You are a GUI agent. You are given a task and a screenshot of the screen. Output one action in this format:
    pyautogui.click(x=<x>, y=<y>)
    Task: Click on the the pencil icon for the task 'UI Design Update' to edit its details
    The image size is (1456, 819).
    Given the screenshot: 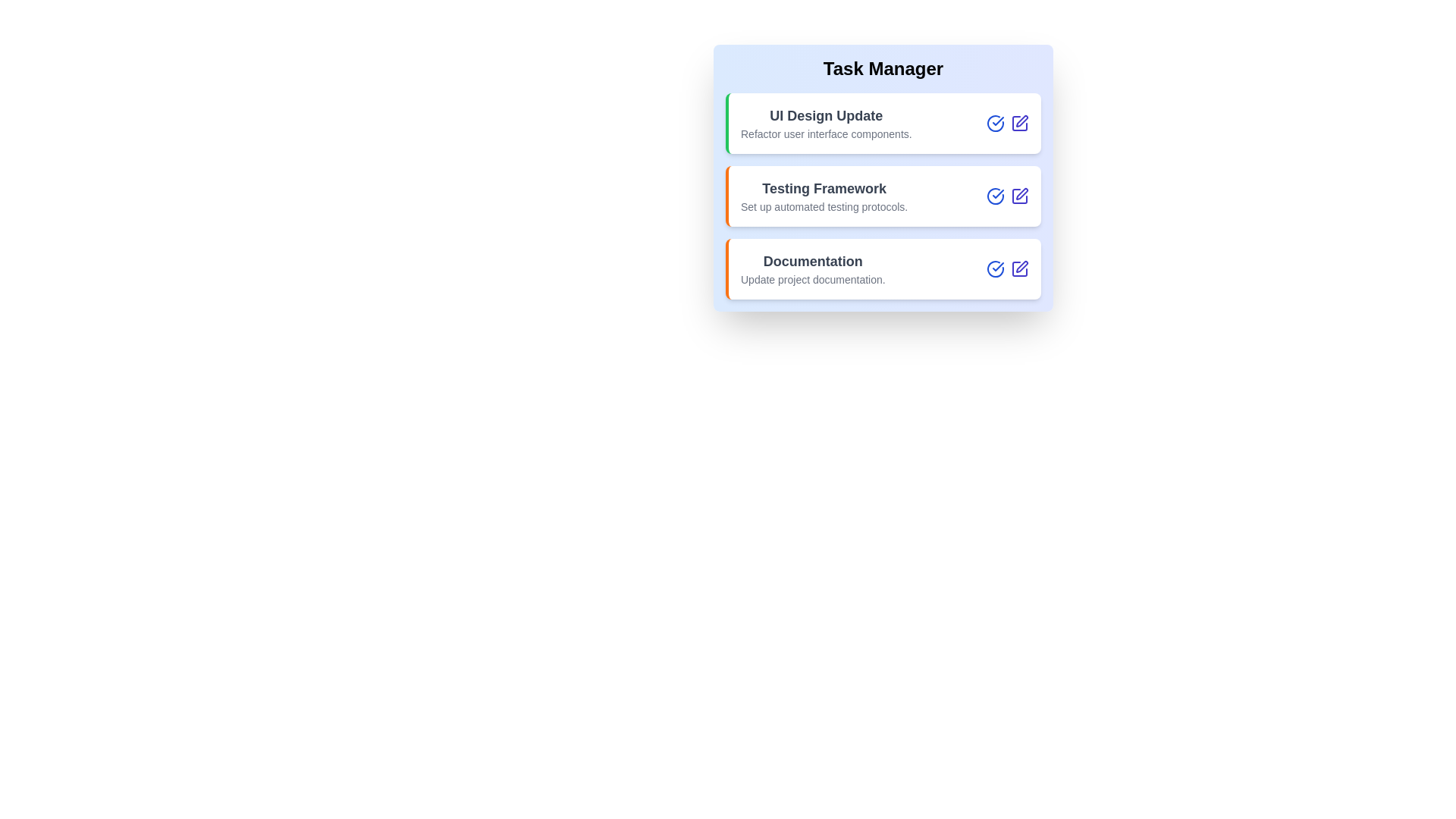 What is the action you would take?
    pyautogui.click(x=1019, y=122)
    